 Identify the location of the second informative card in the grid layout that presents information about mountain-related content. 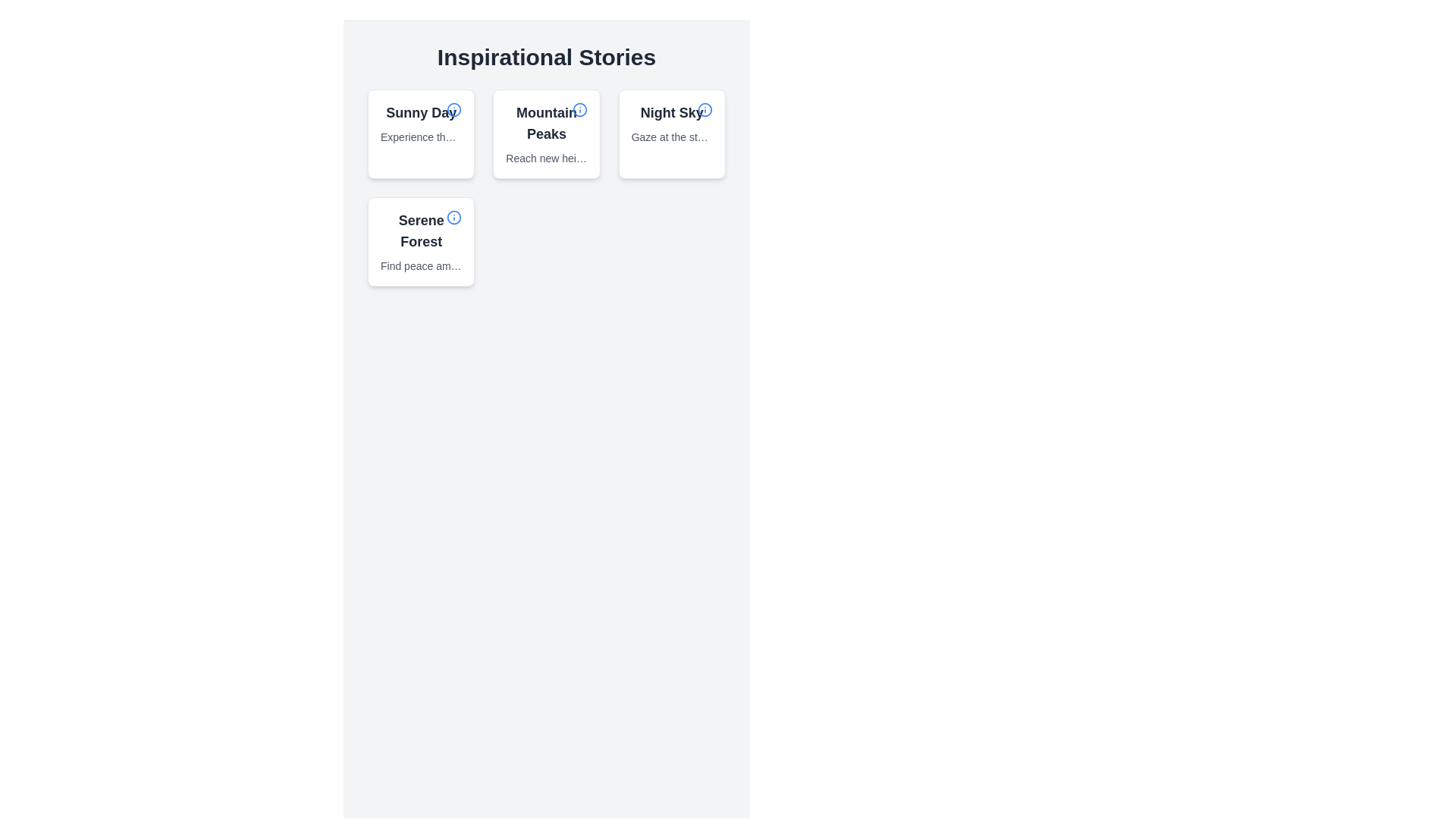
(546, 133).